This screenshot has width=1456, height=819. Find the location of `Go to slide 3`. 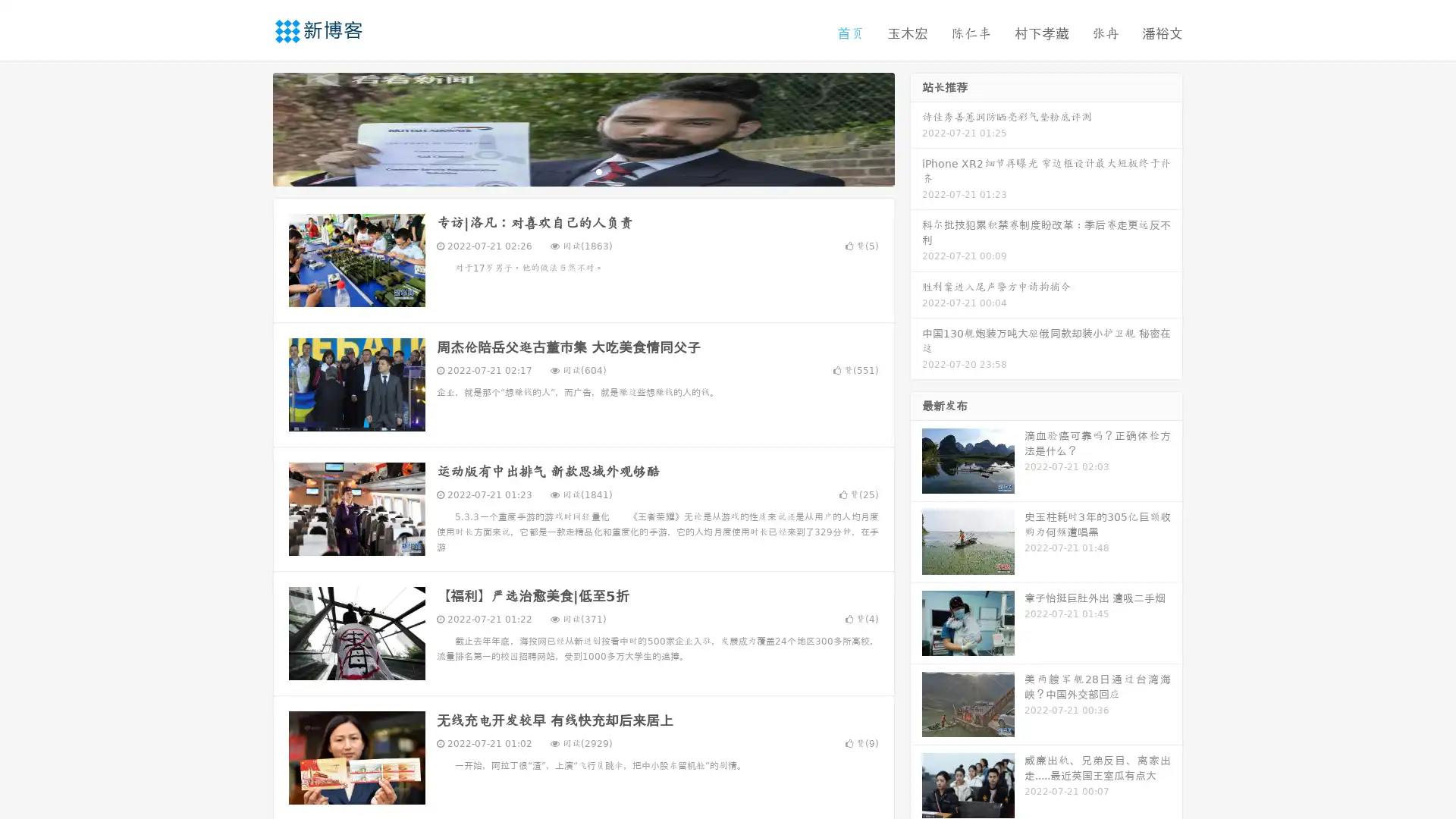

Go to slide 3 is located at coordinates (598, 171).